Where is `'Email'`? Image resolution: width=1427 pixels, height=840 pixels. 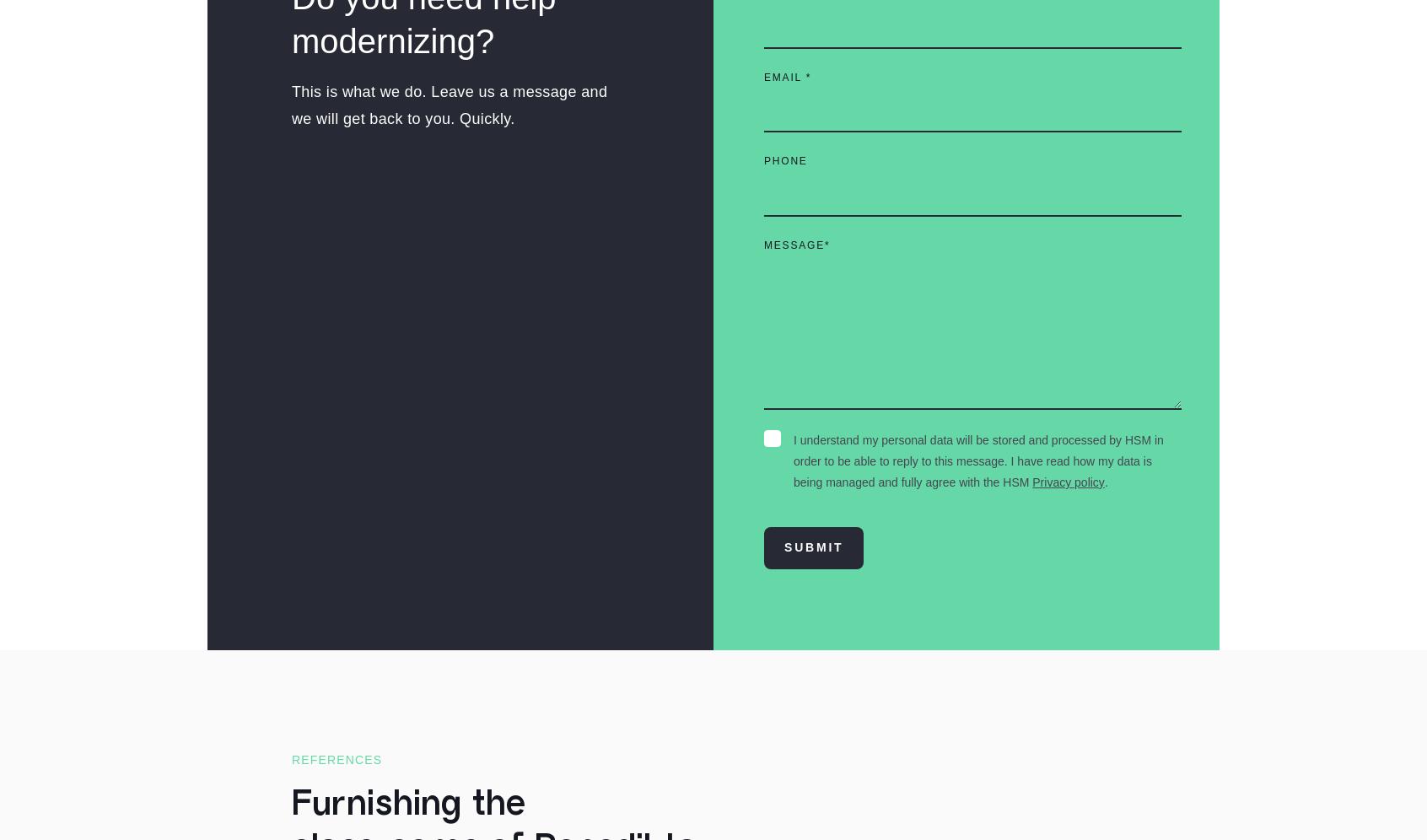
'Email' is located at coordinates (763, 77).